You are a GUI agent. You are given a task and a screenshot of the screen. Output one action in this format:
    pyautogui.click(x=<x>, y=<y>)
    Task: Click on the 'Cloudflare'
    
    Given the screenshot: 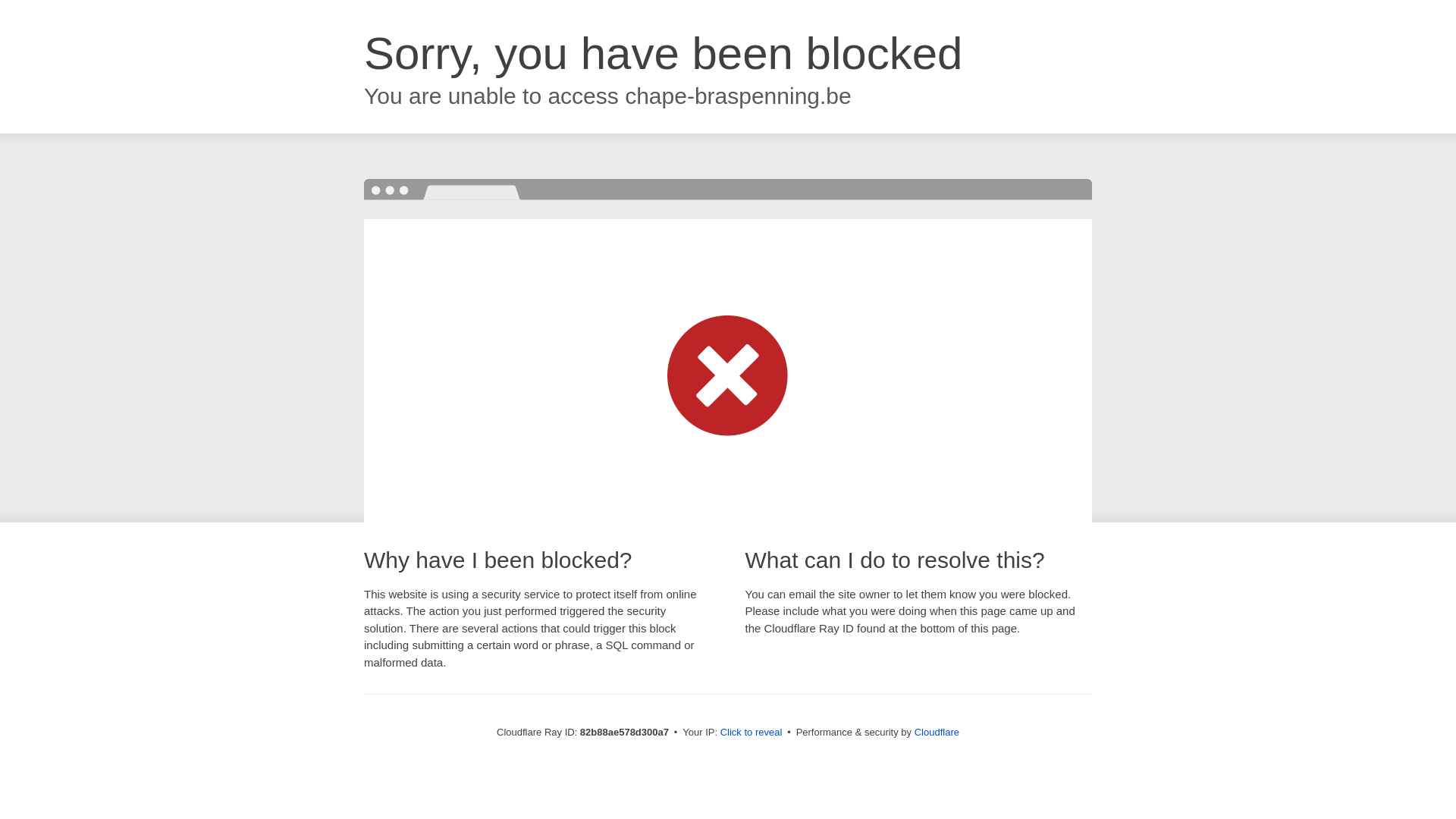 What is the action you would take?
    pyautogui.click(x=936, y=731)
    